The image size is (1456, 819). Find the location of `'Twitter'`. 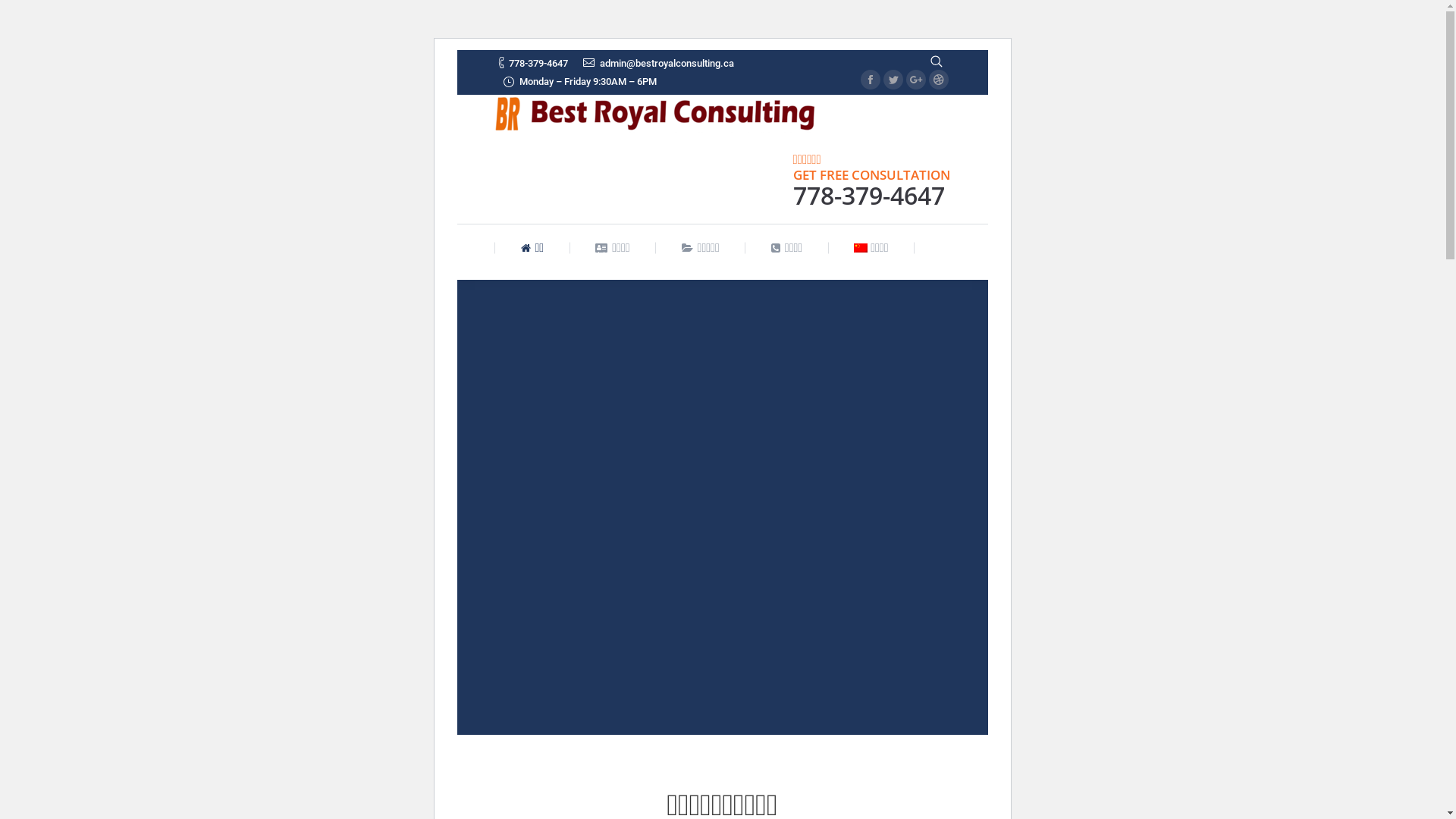

'Twitter' is located at coordinates (892, 79).